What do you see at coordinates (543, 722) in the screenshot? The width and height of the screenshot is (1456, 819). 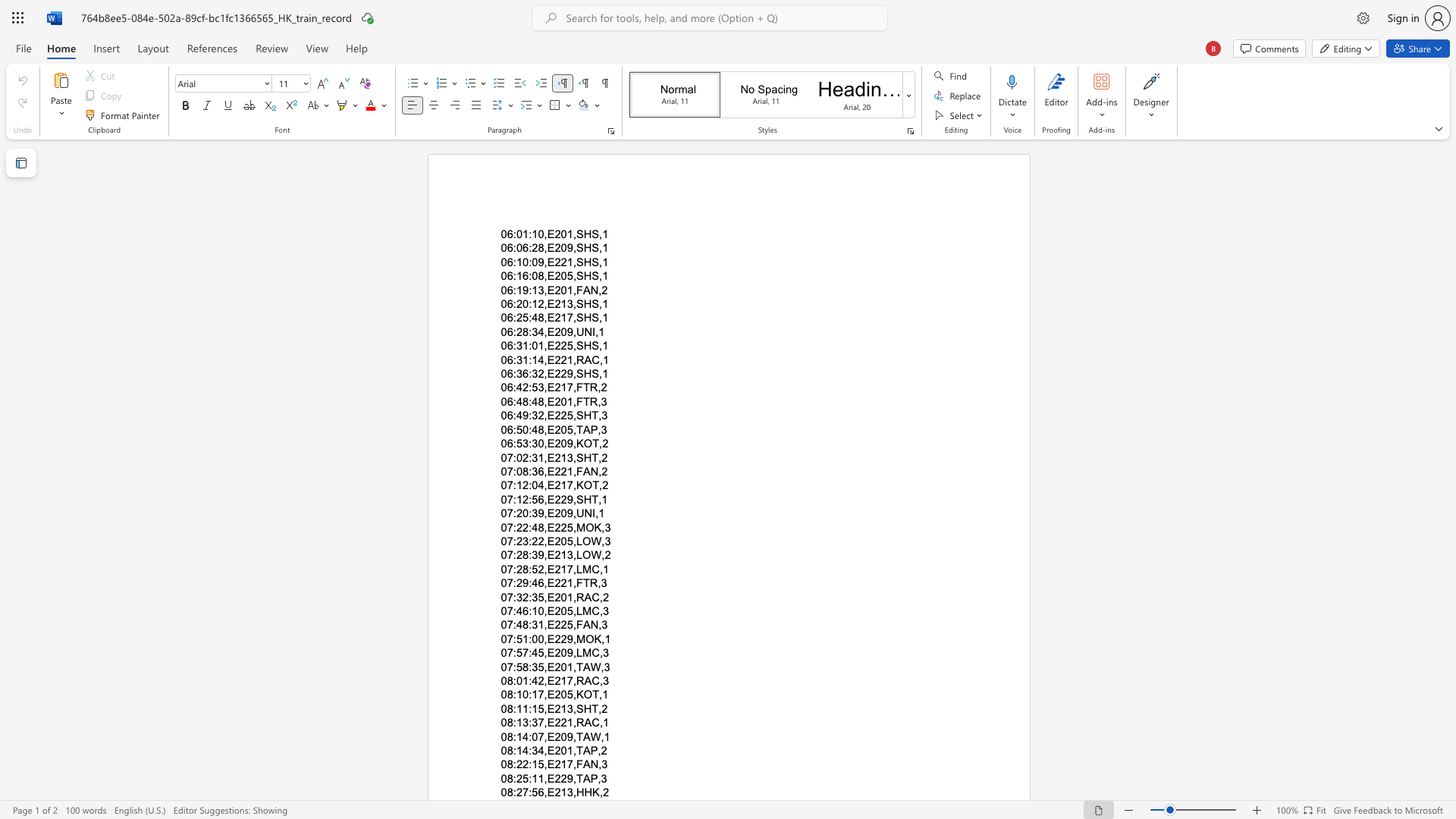 I see `the space between the continuous character "7" and "," in the text` at bounding box center [543, 722].